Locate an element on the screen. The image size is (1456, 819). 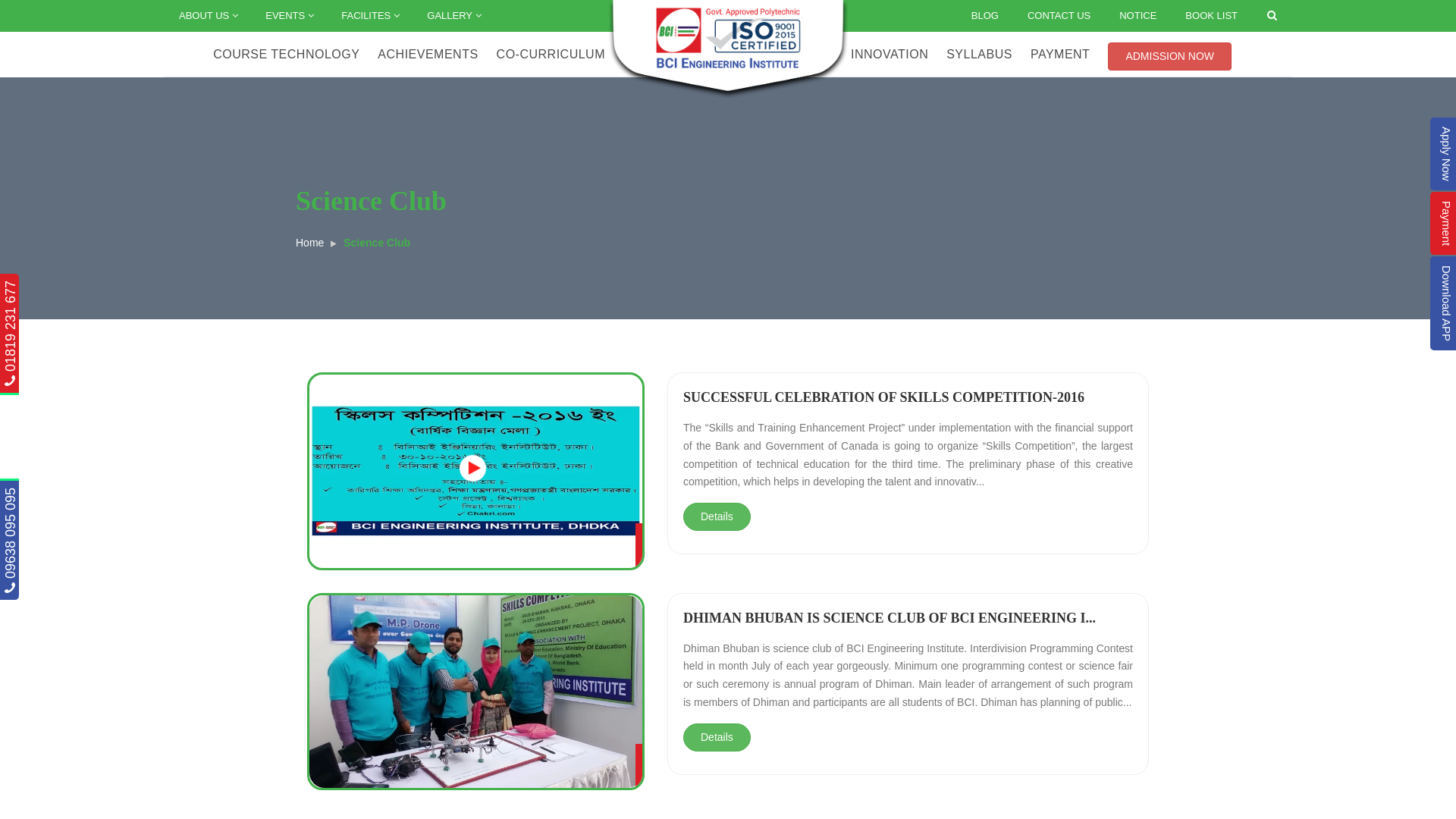
'ACHIEVEMENTS' is located at coordinates (378, 55).